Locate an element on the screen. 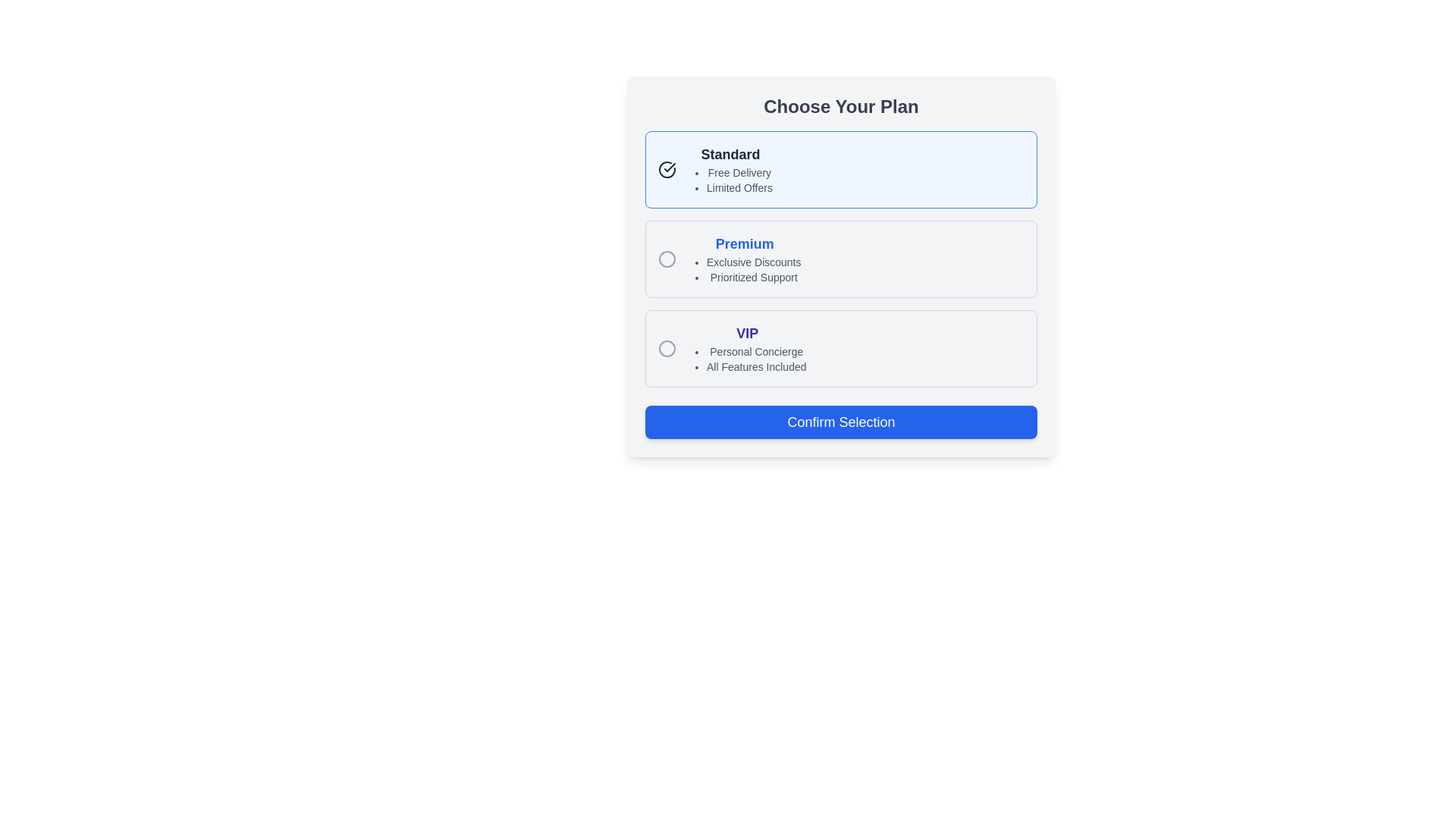 Image resolution: width=1456 pixels, height=819 pixels. the light gray radio button indicator (circle) located in the 'Premium' section below the 'Choose Your Plan' title is located at coordinates (667, 259).